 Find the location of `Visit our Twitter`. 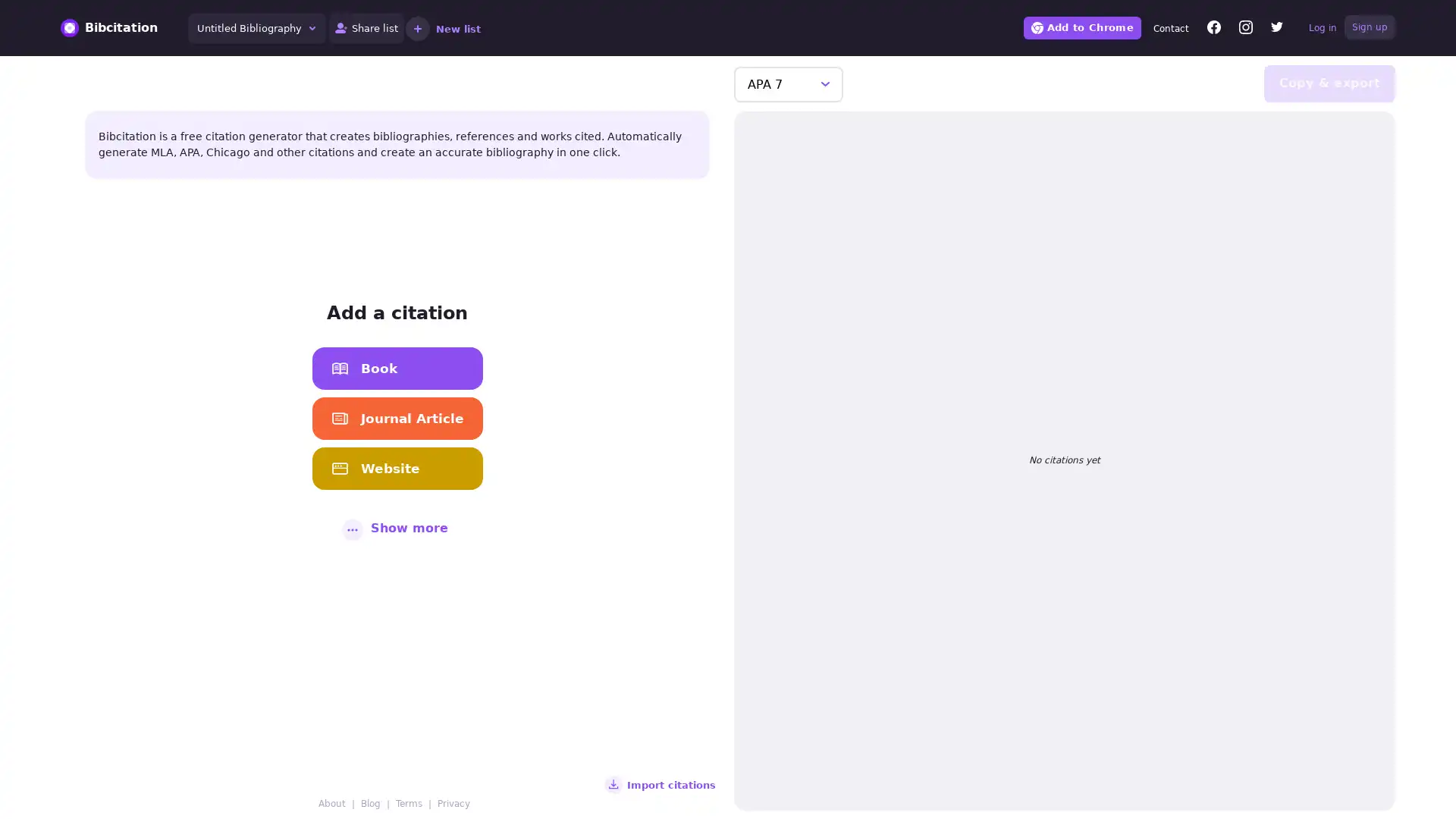

Visit our Twitter is located at coordinates (1276, 29).